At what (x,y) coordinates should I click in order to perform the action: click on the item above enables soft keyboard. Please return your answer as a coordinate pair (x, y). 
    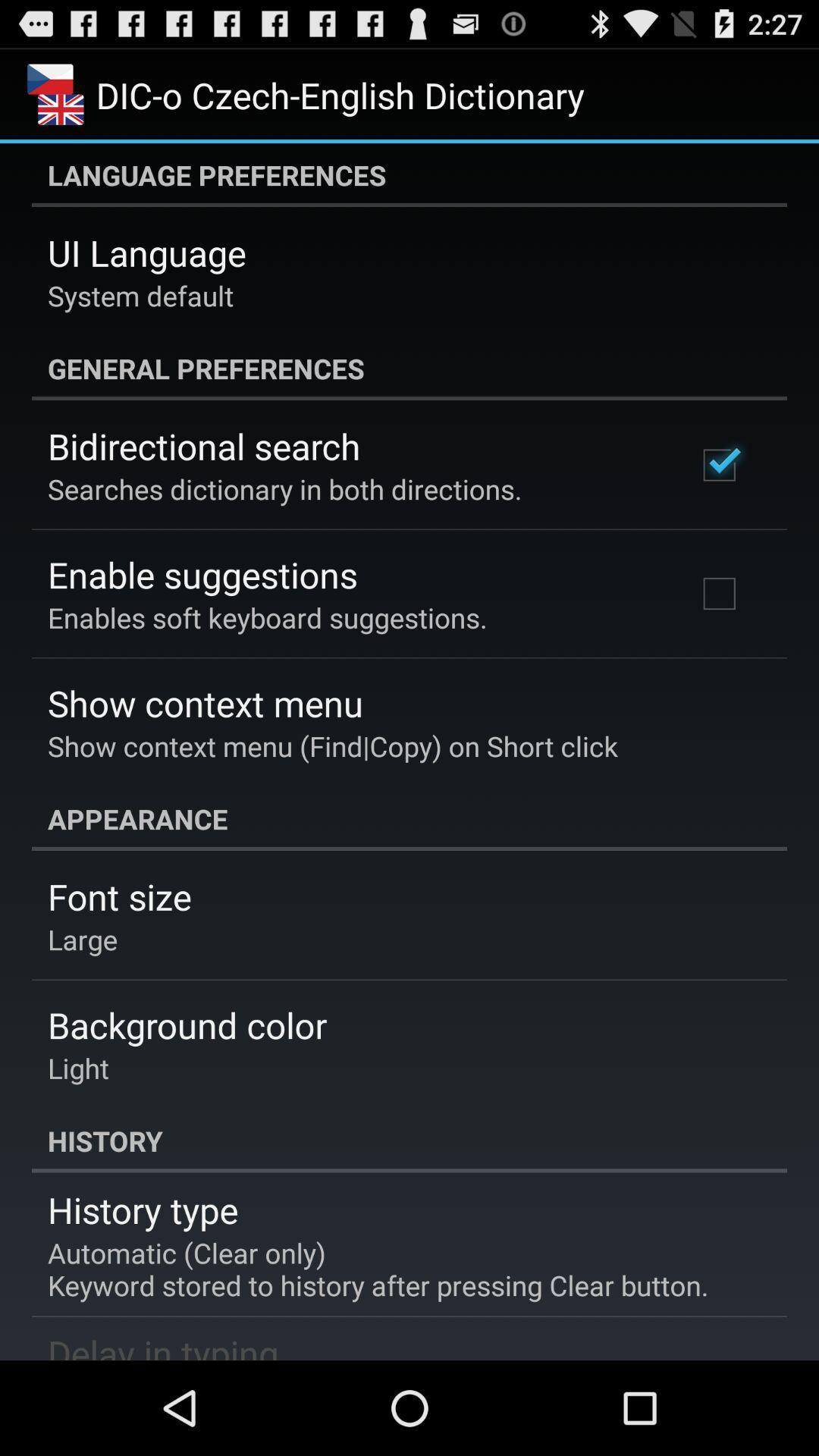
    Looking at the image, I should click on (202, 573).